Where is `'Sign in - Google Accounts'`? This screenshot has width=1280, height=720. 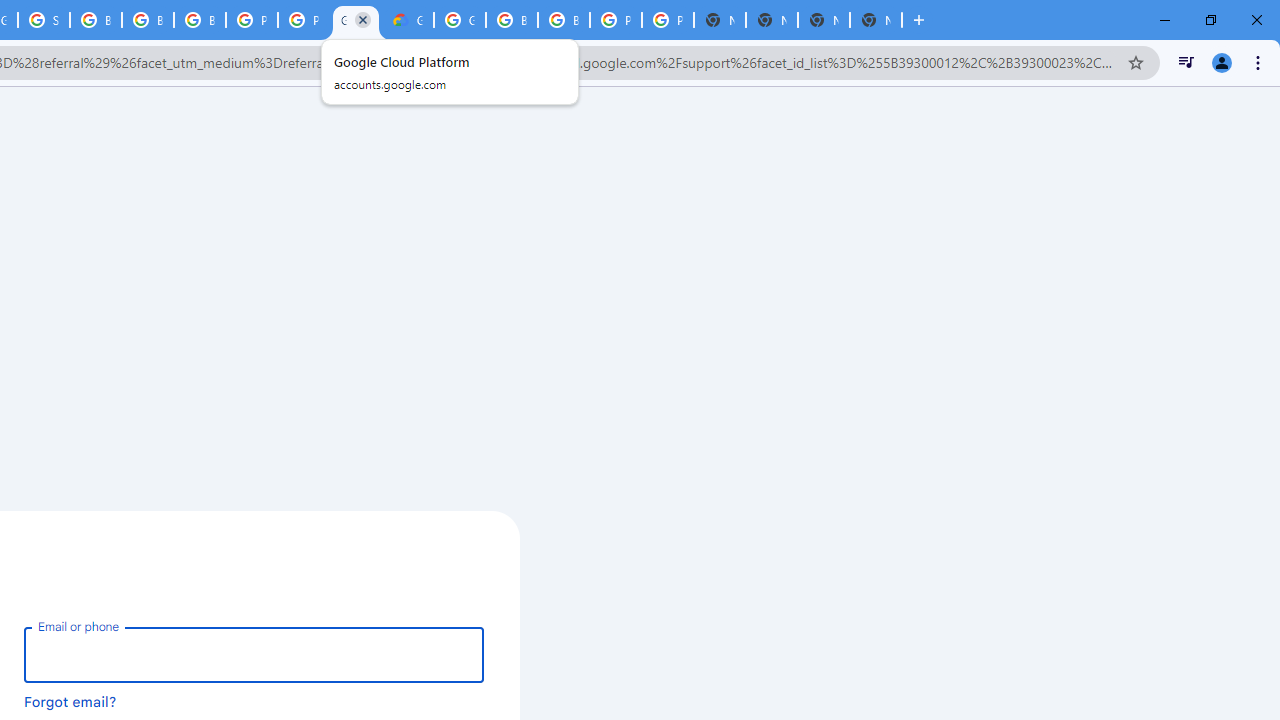 'Sign in - Google Accounts' is located at coordinates (44, 20).